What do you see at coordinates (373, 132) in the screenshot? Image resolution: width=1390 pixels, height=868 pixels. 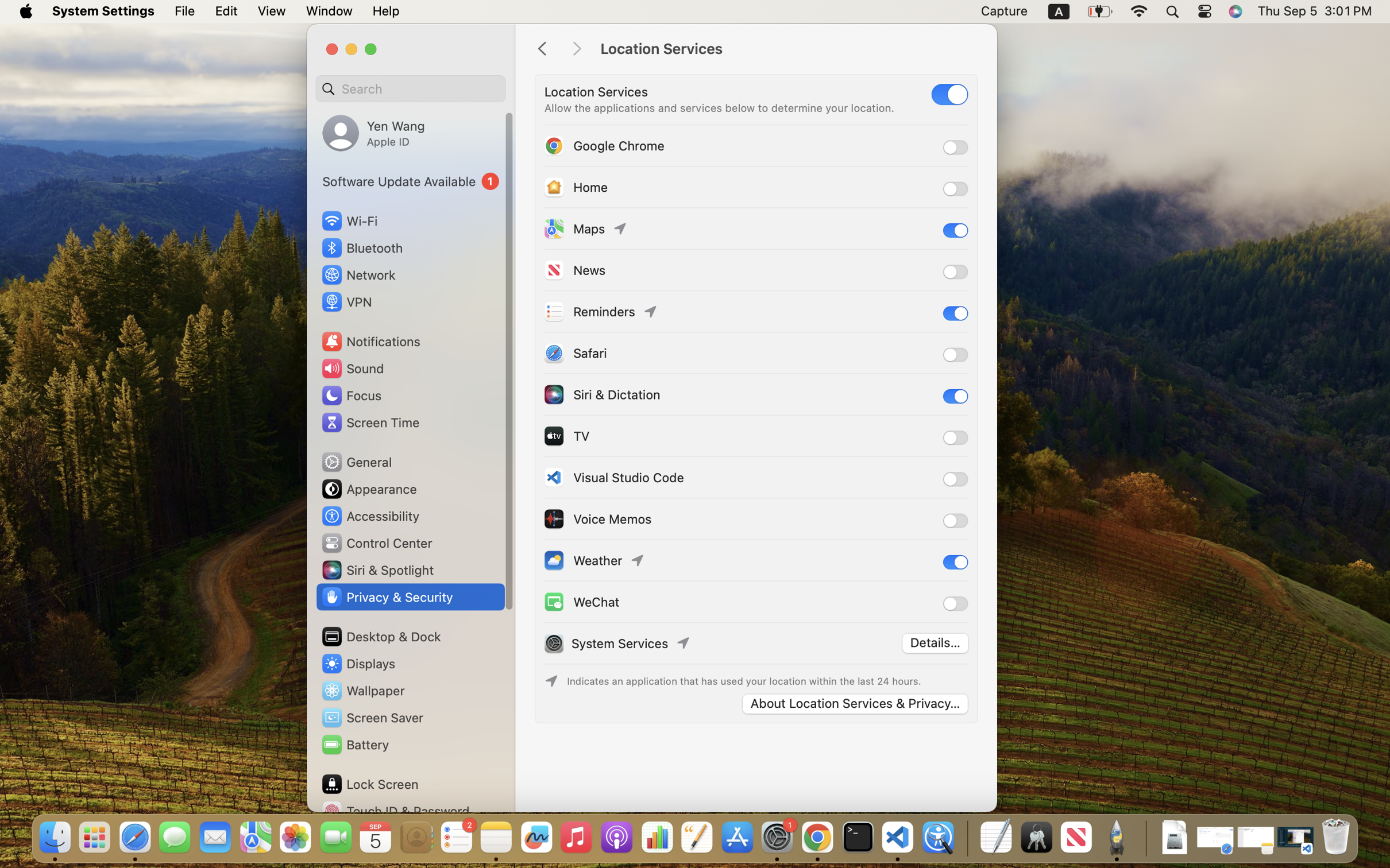 I see `'Yen Wang, Apple ID'` at bounding box center [373, 132].